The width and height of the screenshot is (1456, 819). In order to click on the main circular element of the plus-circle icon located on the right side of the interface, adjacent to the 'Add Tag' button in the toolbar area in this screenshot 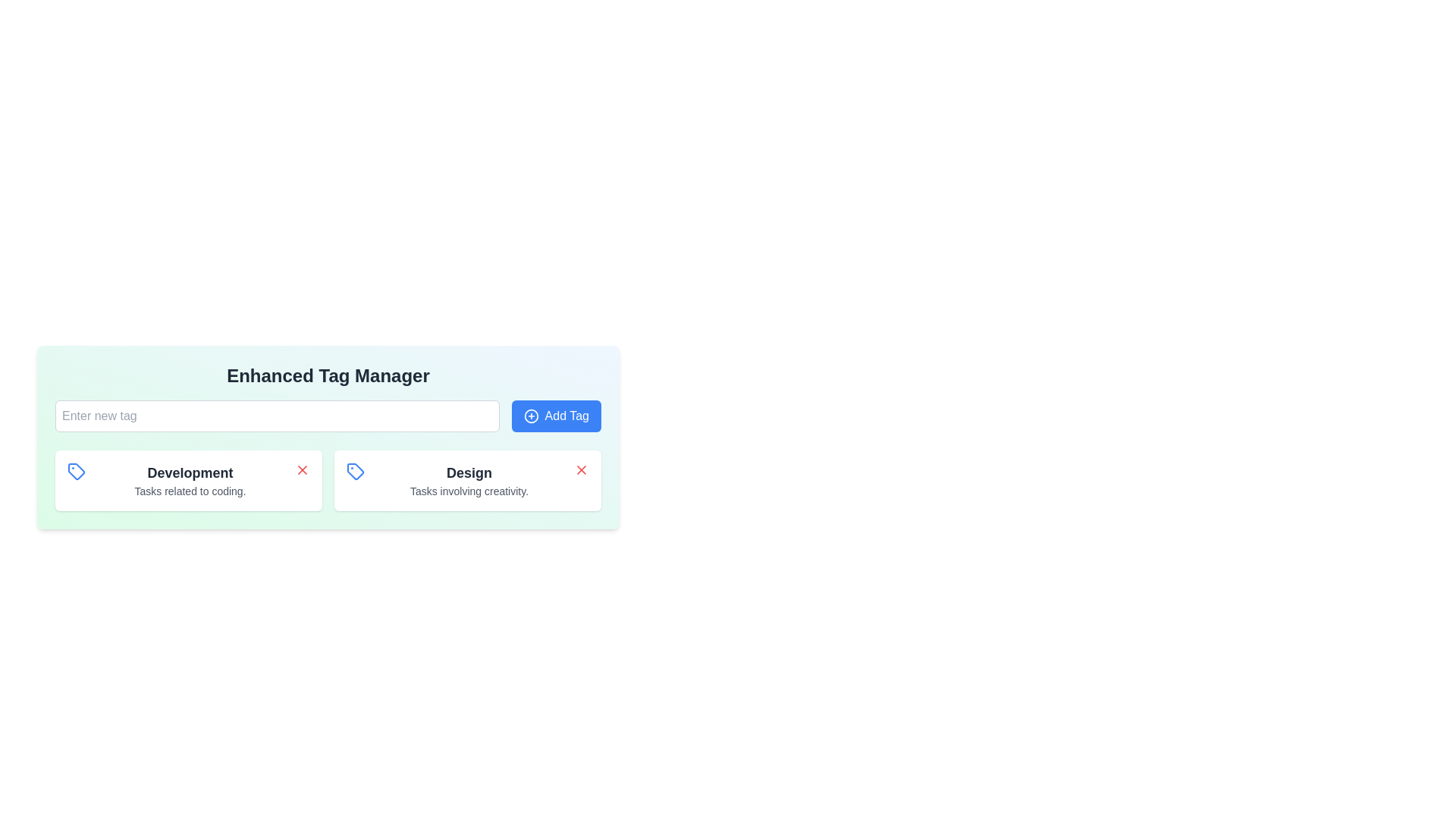, I will do `click(531, 416)`.